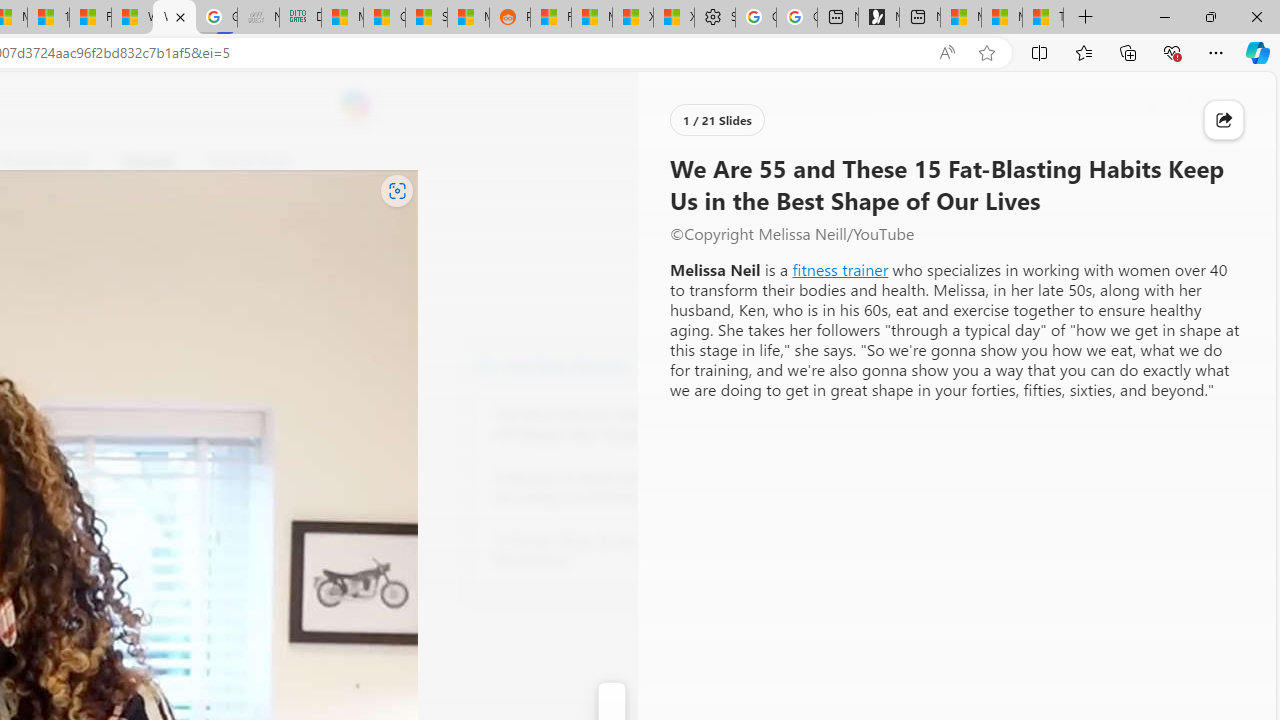 The width and height of the screenshot is (1280, 720). I want to click on 'These 3 Stocks Pay You More Than 5% to Own Them', so click(1042, 17).